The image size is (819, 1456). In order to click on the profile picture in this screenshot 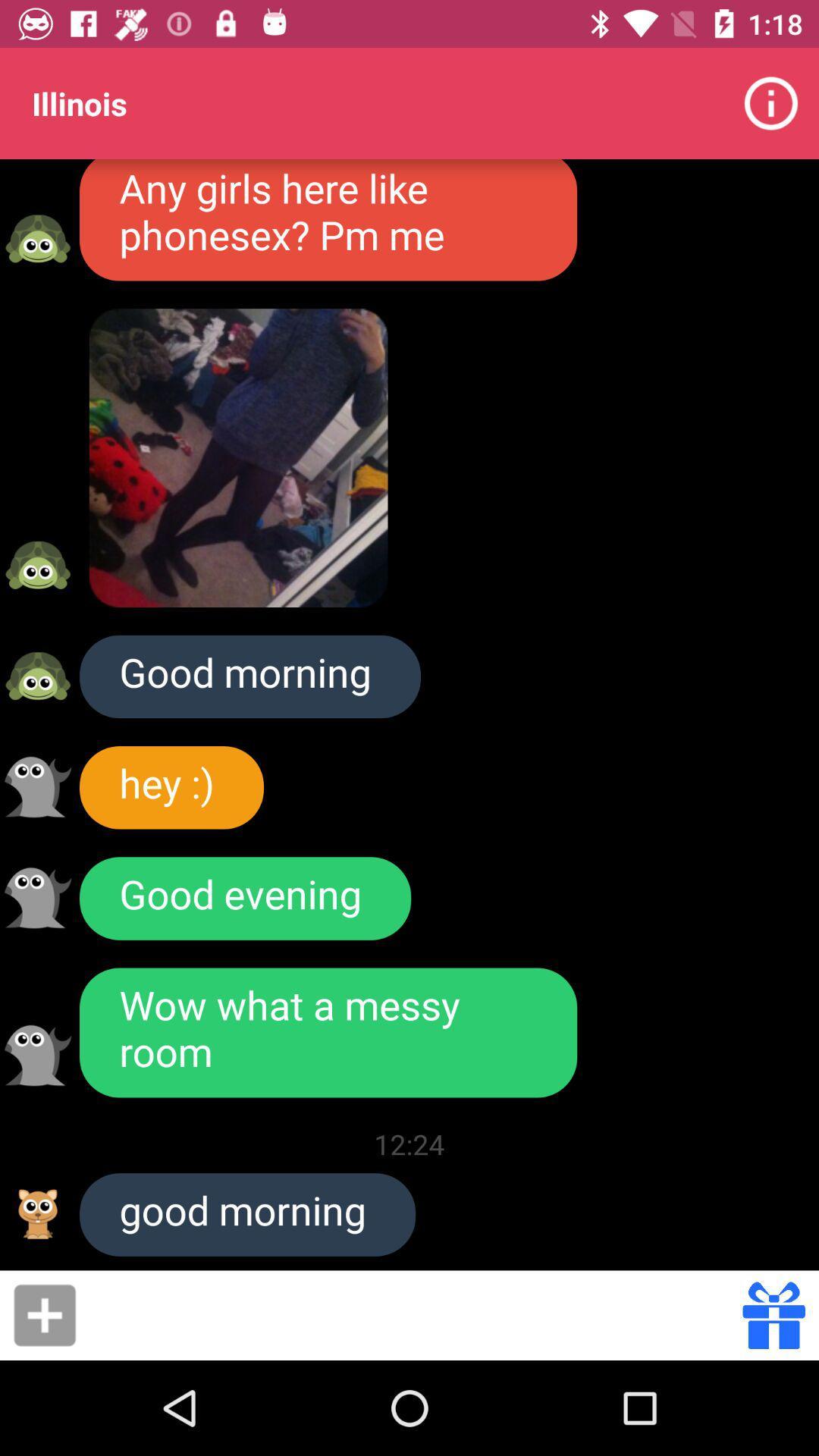, I will do `click(37, 898)`.